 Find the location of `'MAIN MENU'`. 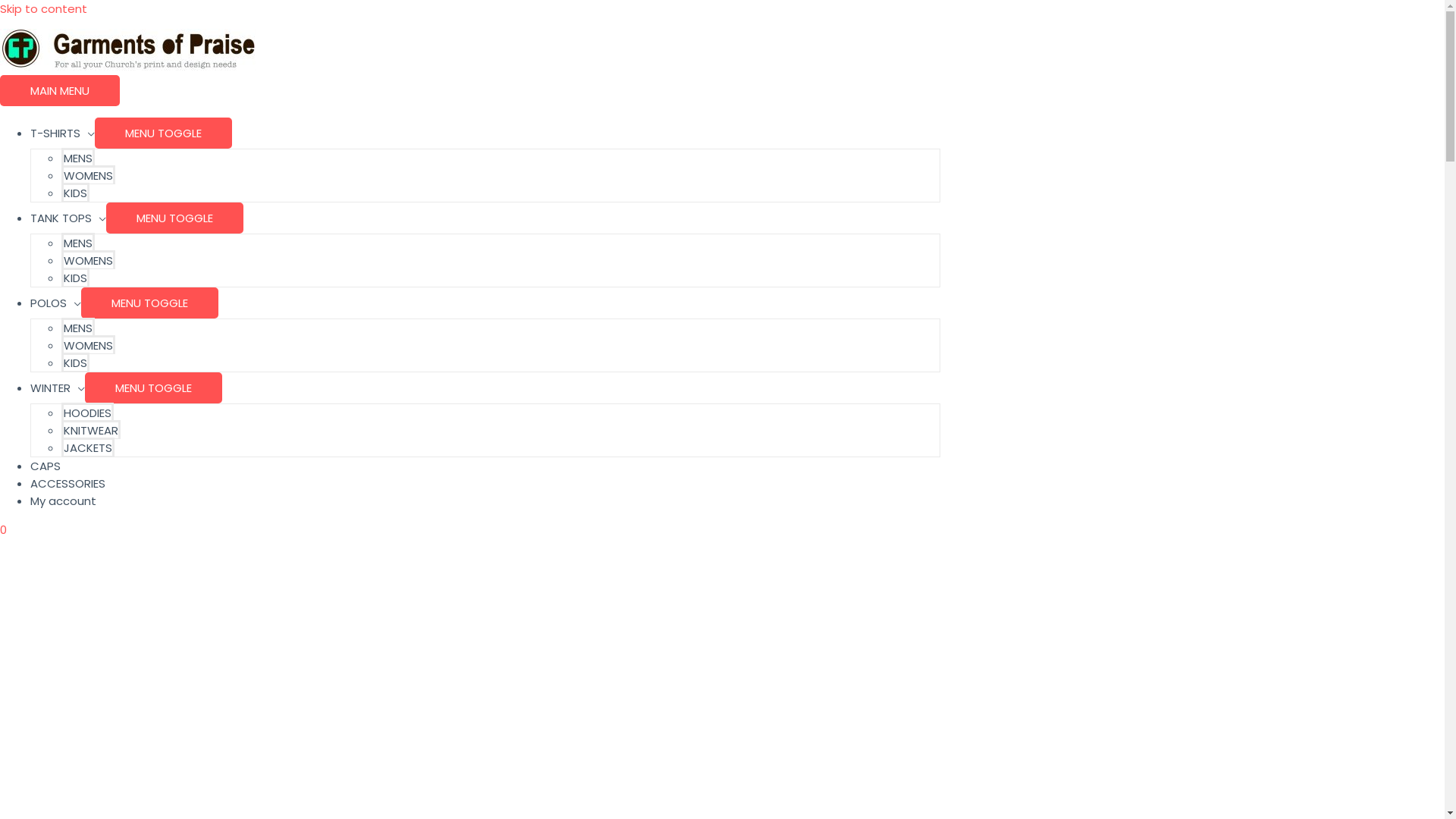

'MAIN MENU' is located at coordinates (59, 90).